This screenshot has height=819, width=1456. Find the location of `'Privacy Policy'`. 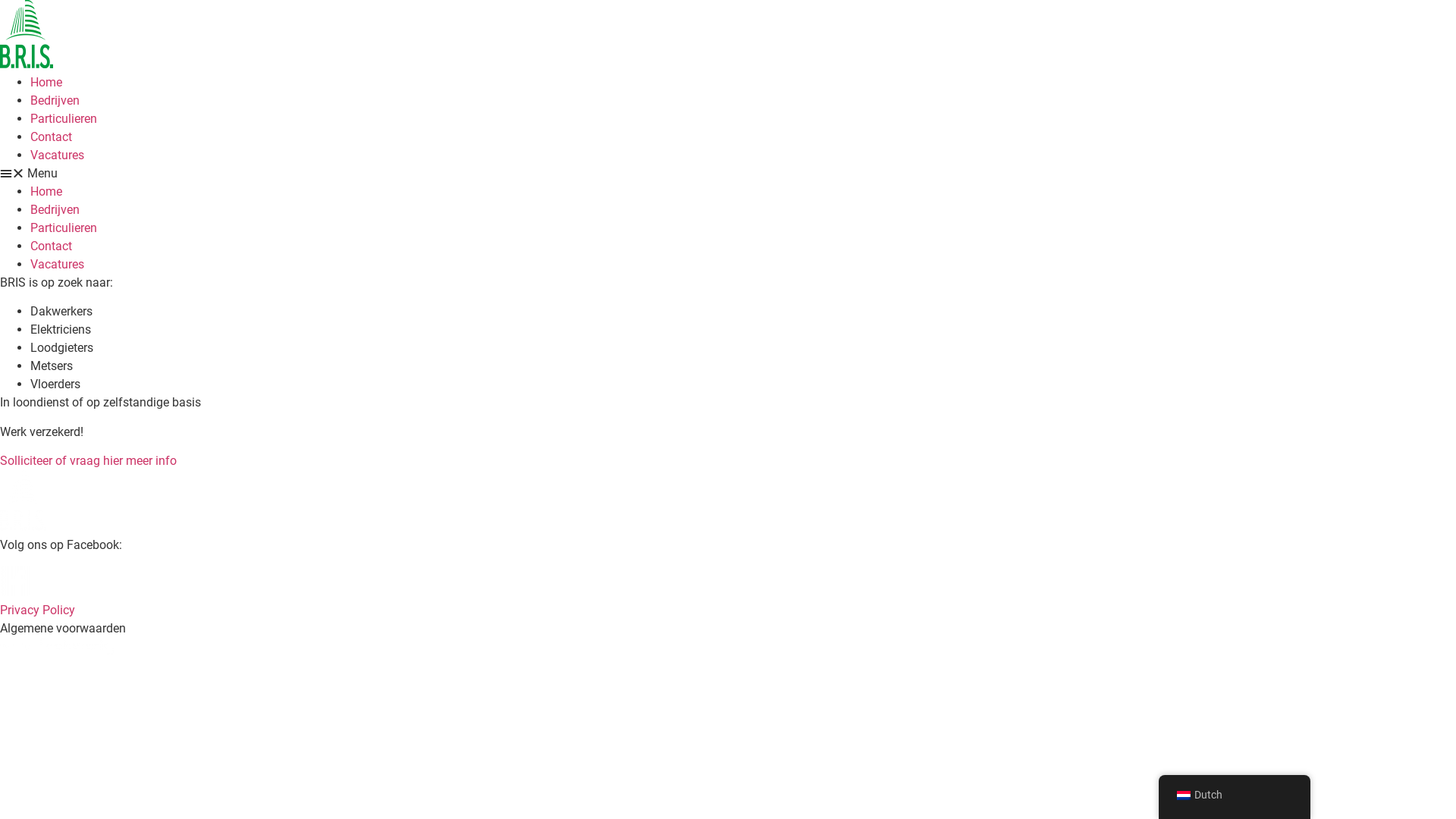

'Privacy Policy' is located at coordinates (37, 609).